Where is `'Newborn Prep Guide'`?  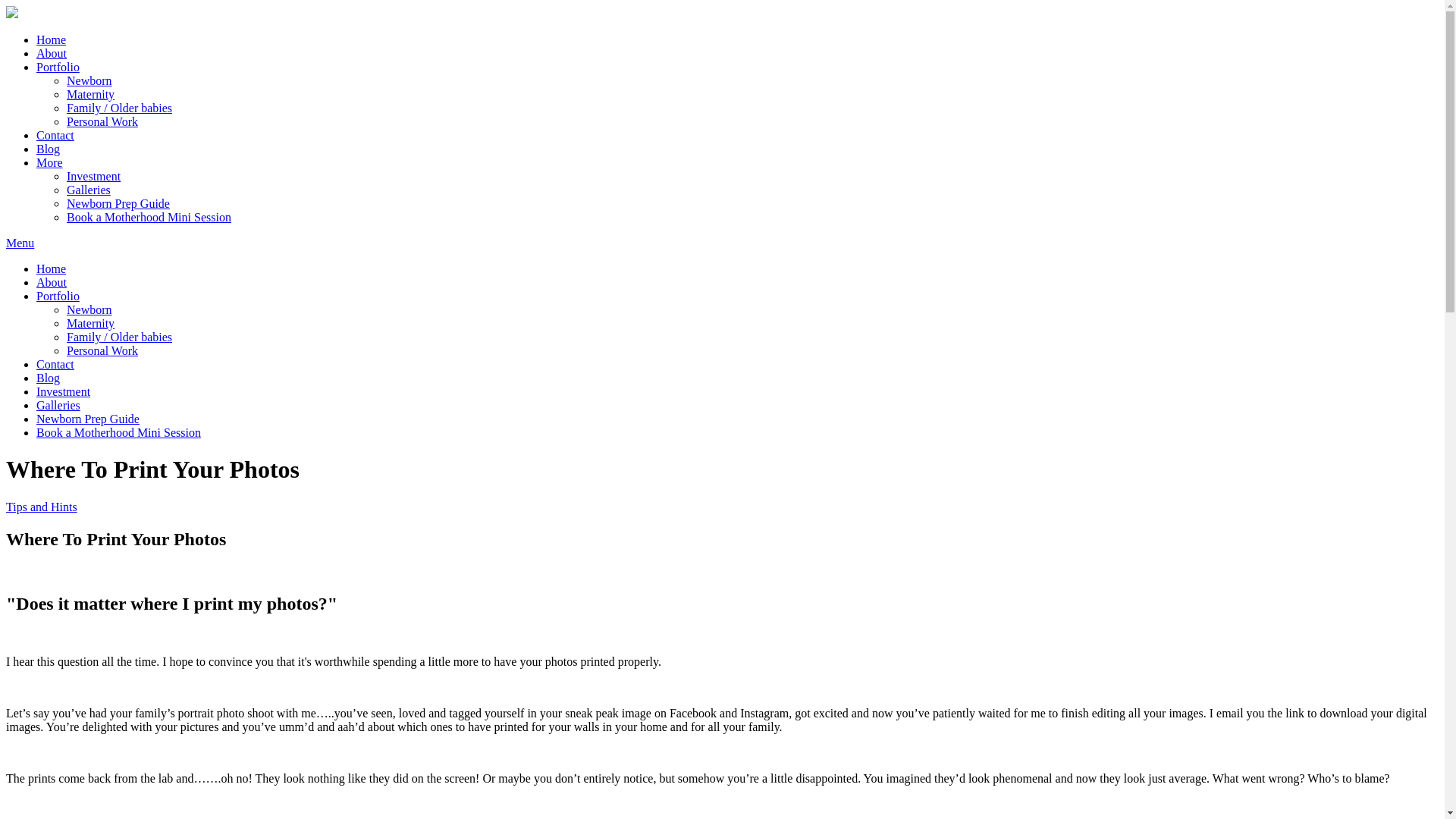 'Newborn Prep Guide' is located at coordinates (118, 202).